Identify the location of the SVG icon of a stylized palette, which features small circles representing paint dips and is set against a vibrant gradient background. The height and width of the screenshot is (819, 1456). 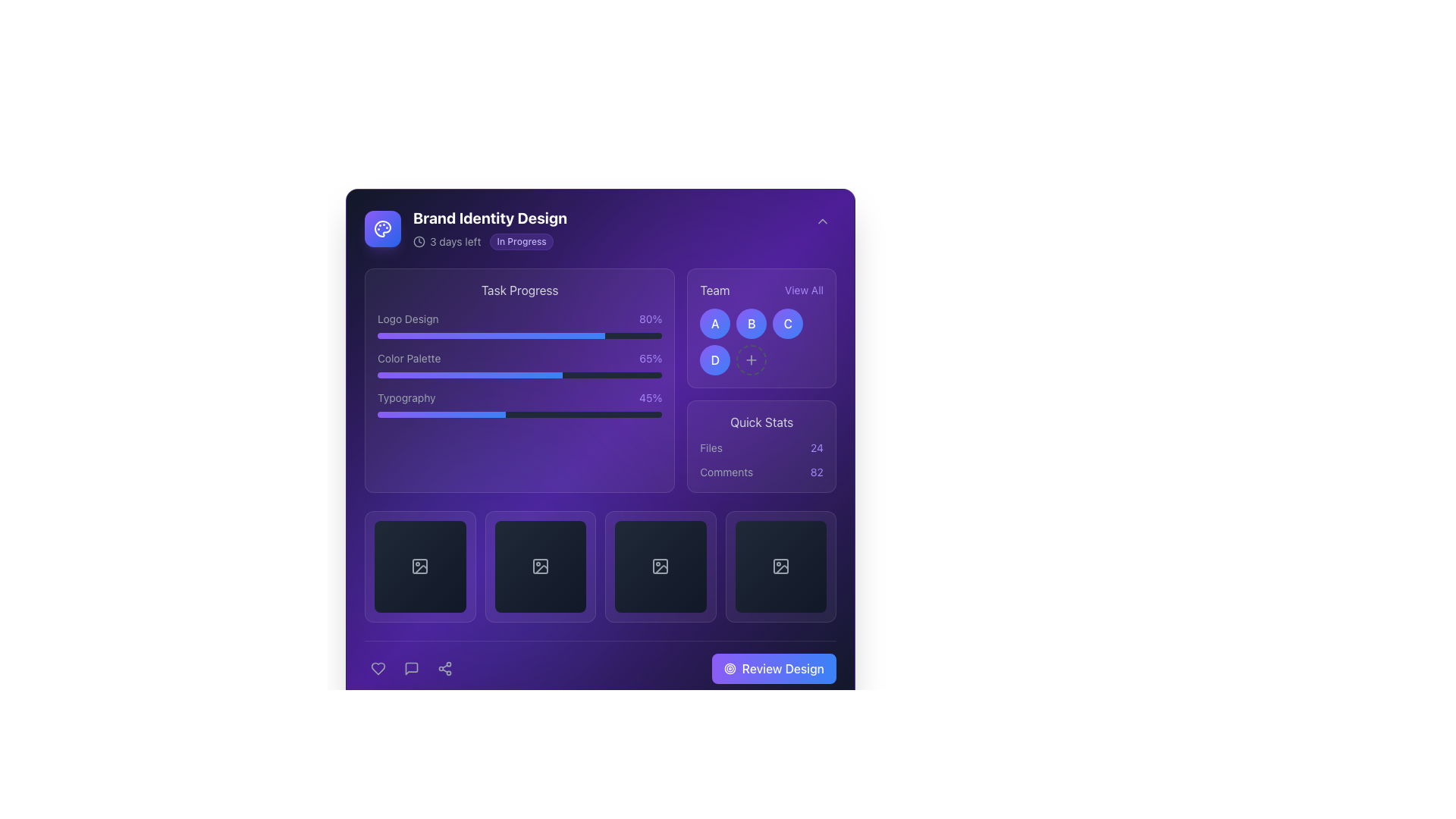
(382, 228).